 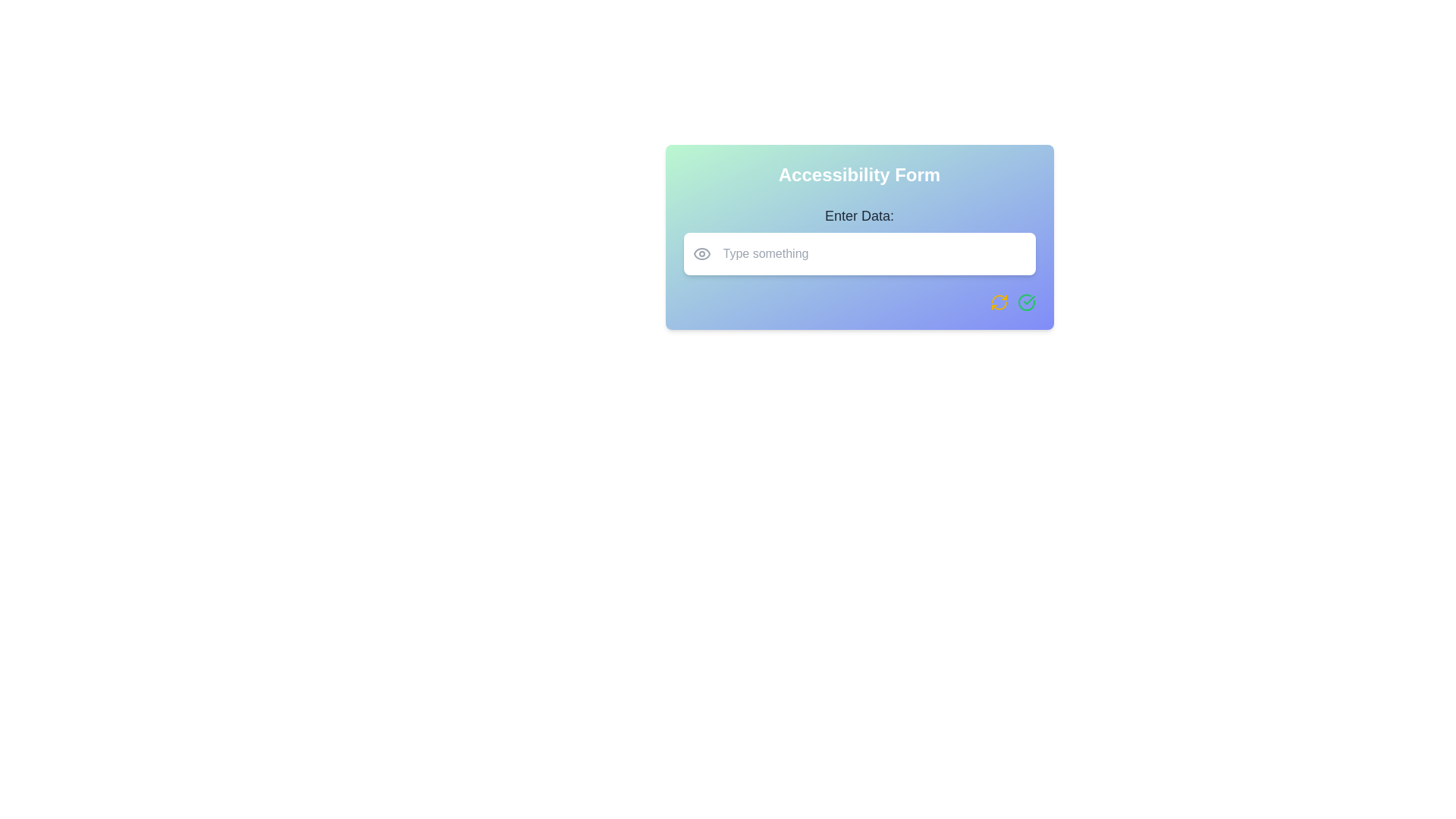 What do you see at coordinates (701, 253) in the screenshot?
I see `the outer shape of the eye icon in the Accessibility Form input field area` at bounding box center [701, 253].